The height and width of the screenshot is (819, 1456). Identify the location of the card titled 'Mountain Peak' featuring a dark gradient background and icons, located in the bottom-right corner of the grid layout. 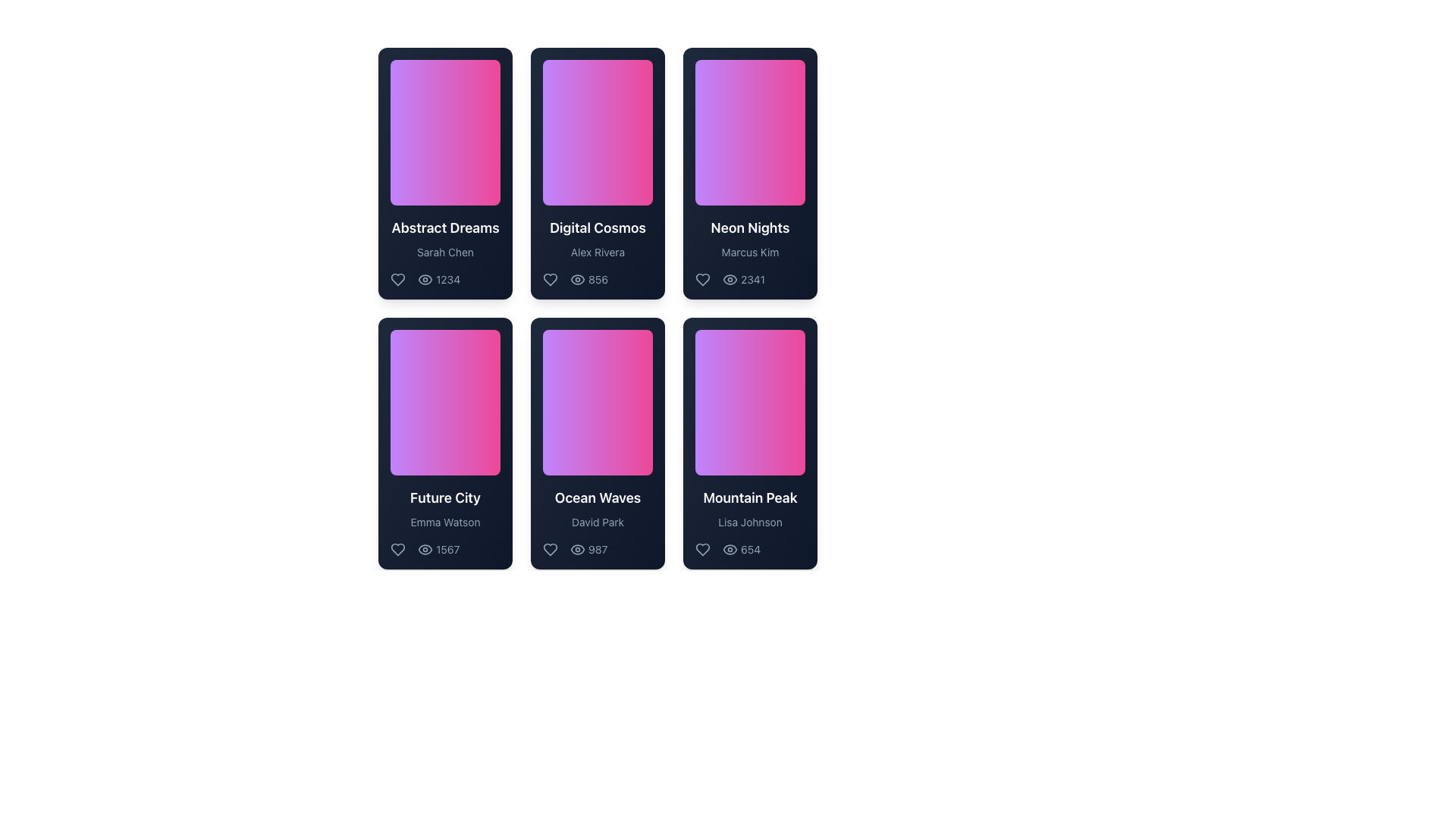
(750, 444).